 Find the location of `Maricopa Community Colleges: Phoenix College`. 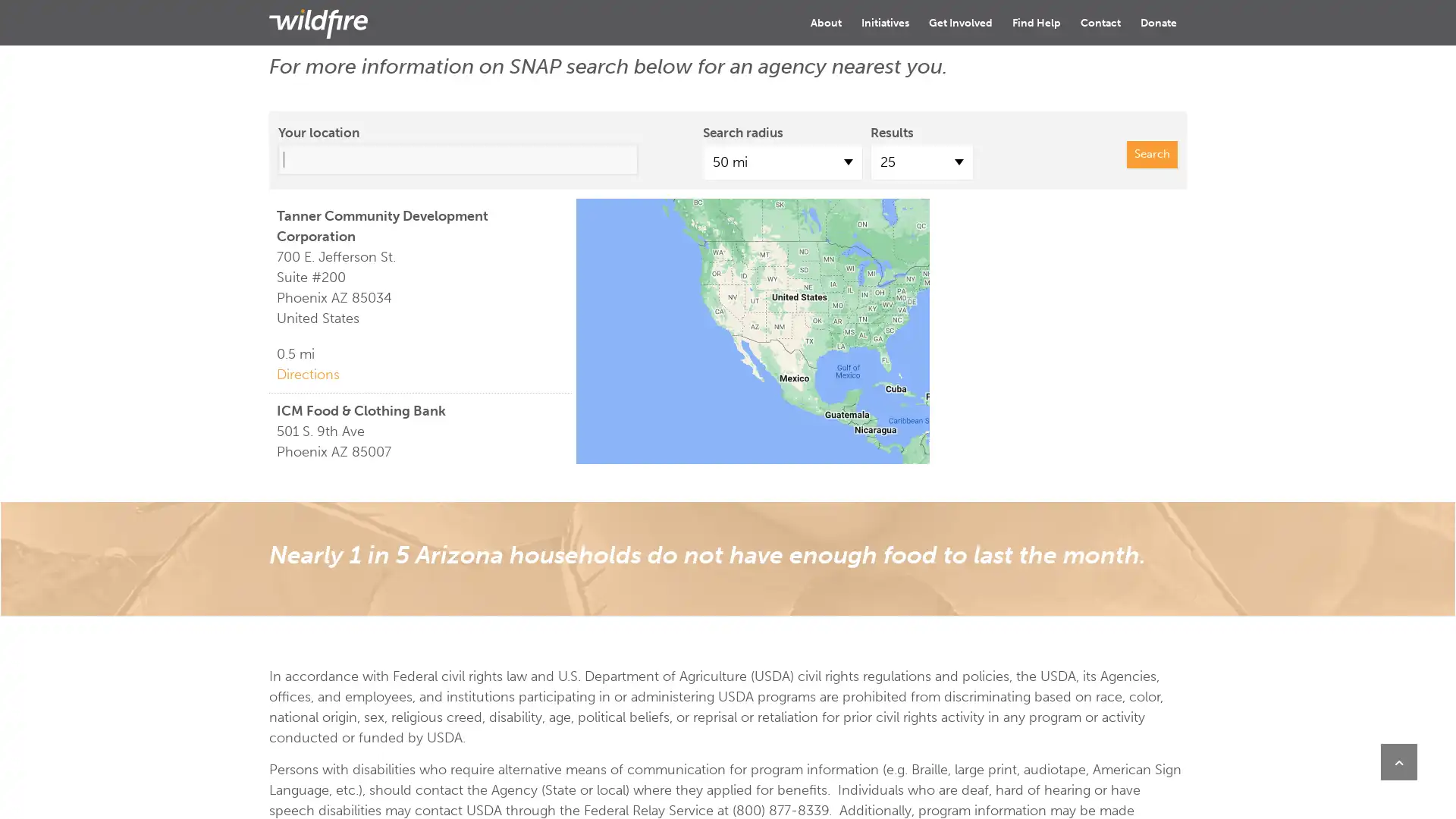

Maricopa Community Colleges: Phoenix College is located at coordinates (865, 299).